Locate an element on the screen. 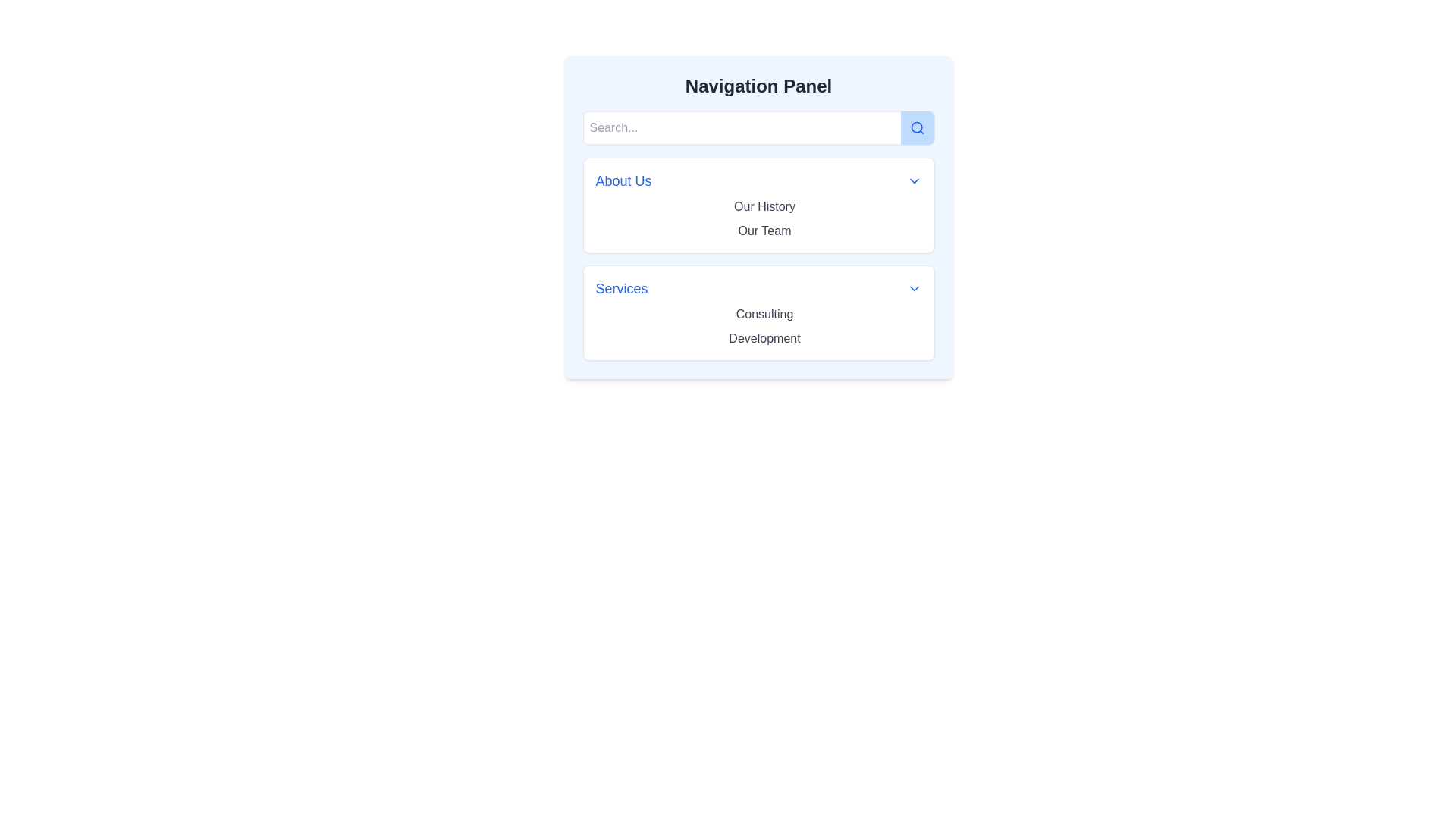 Image resolution: width=1456 pixels, height=819 pixels. the text input field (search box) located under the label 'Navigation Panel' by clicking on it to activate the input is located at coordinates (742, 127).